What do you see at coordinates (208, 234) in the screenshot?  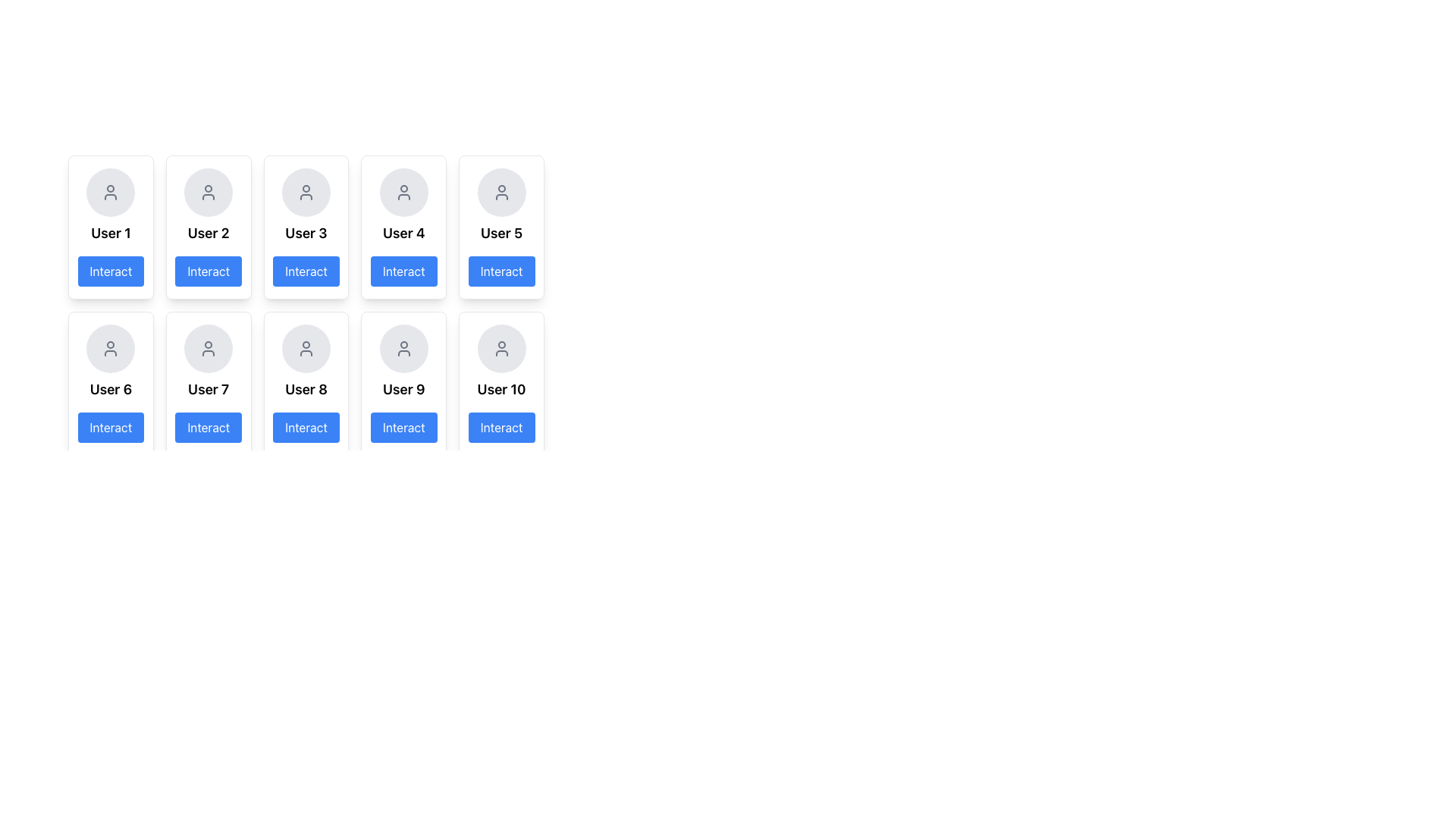 I see `the static text label that displays the user's name or identifier, positioned below the user icon and above the 'Interact' button in the second card of the top row in the user card grid` at bounding box center [208, 234].